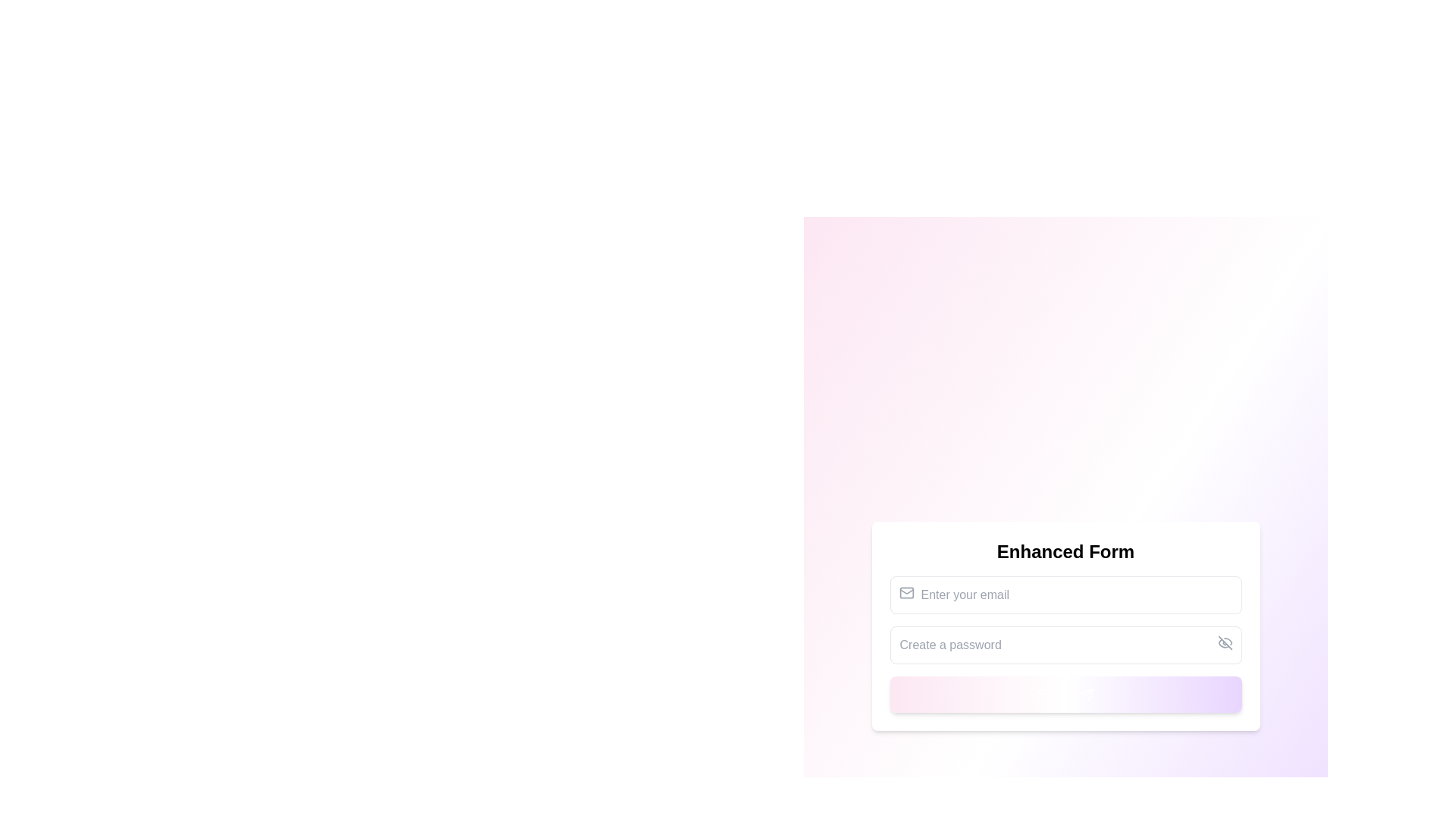  Describe the element at coordinates (1225, 643) in the screenshot. I see `the toggle visibility icon located to the right of the password input field` at that location.